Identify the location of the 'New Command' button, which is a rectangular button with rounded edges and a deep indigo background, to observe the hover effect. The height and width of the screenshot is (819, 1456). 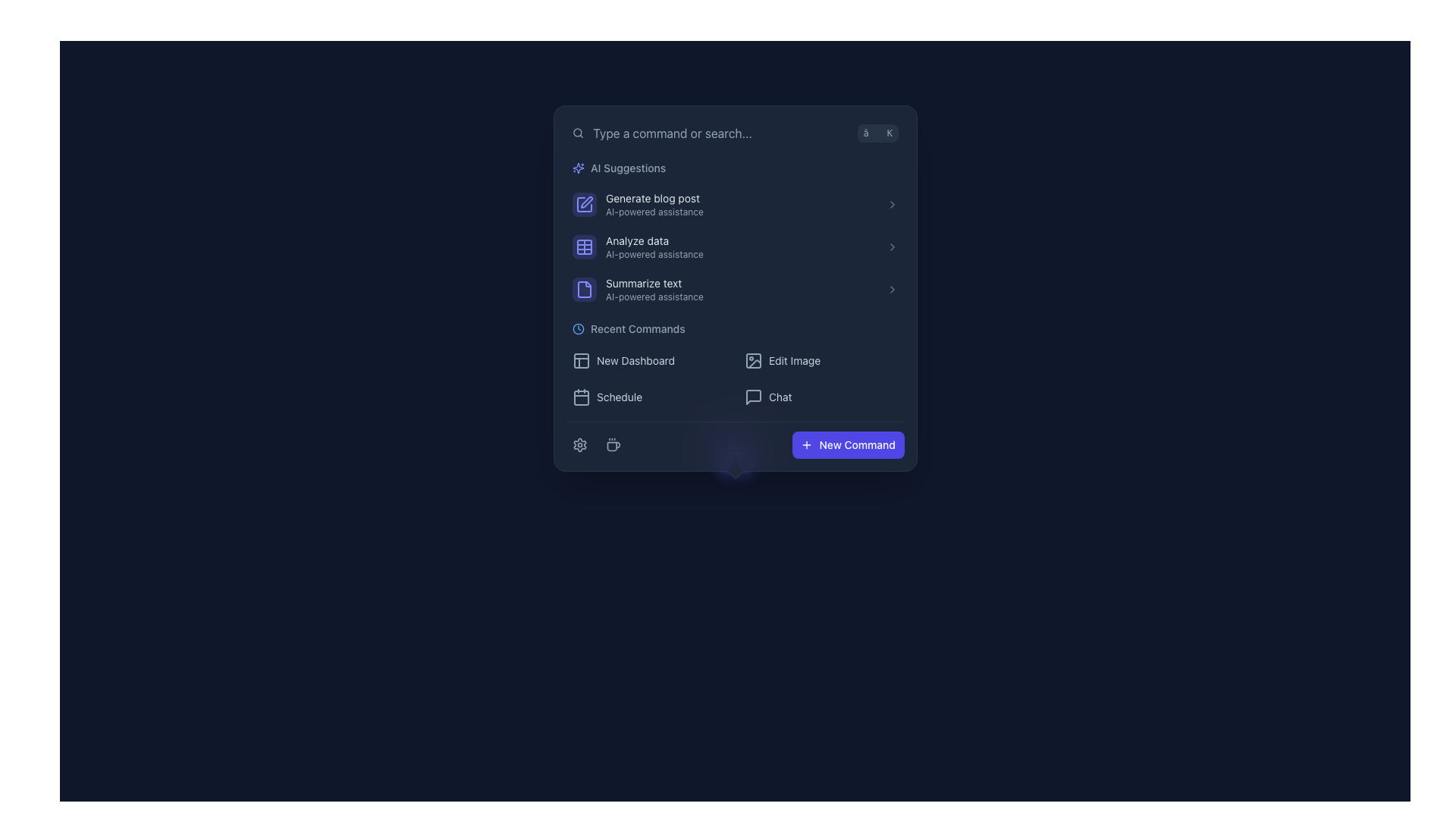
(847, 444).